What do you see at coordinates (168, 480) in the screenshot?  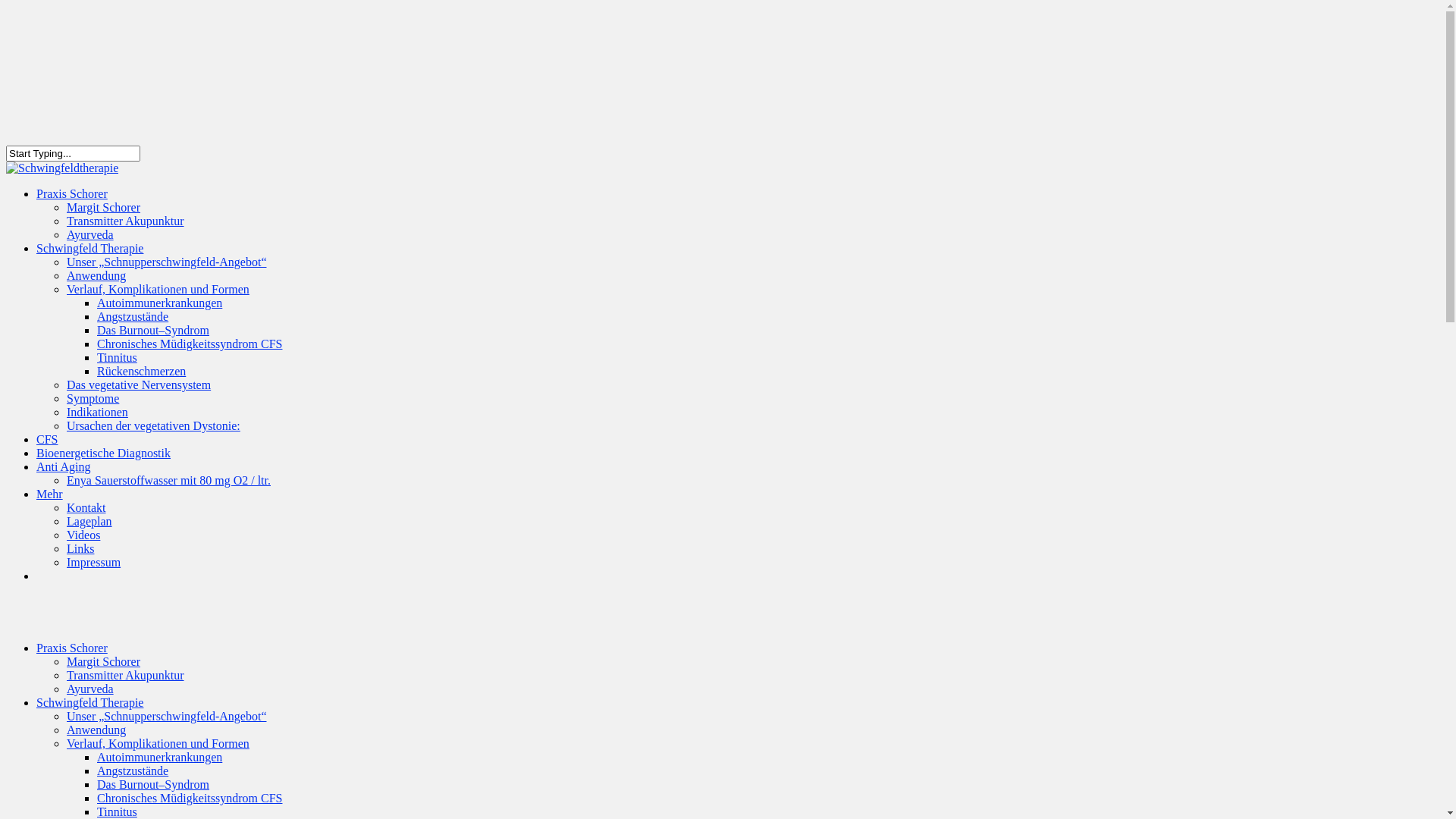 I see `'Enya Sauerstoffwasser mit 80 mg O2 / ltr.'` at bounding box center [168, 480].